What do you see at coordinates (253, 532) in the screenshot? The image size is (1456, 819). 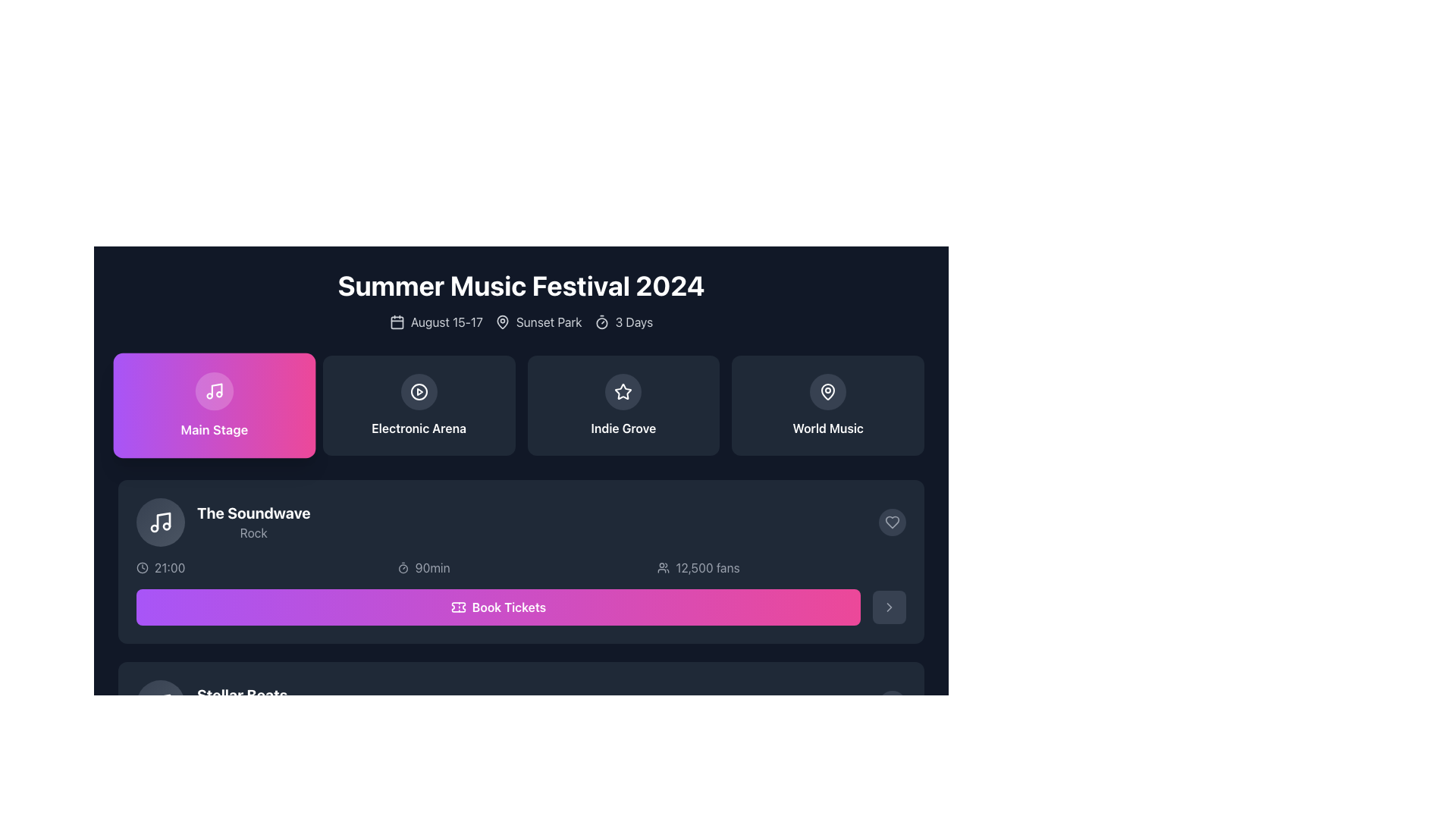 I see `the text label that categorizes the event under the 'Rock' genre, located below the title 'The Soundwave' in the event listing for a music festival` at bounding box center [253, 532].